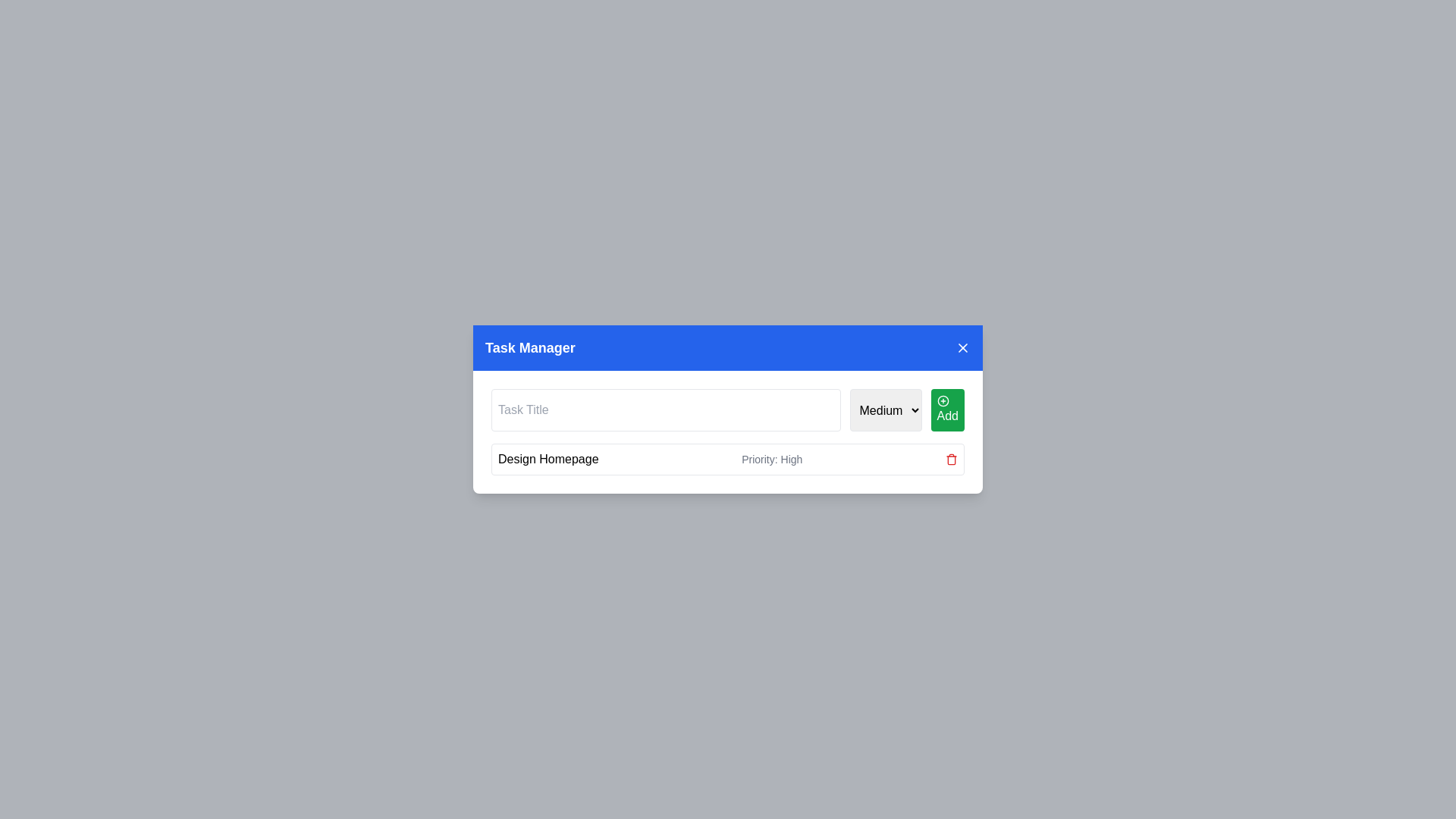 This screenshot has height=819, width=1456. What do you see at coordinates (962, 348) in the screenshot?
I see `the close button located in the top-right corner of the 'Task Manager' interface` at bounding box center [962, 348].